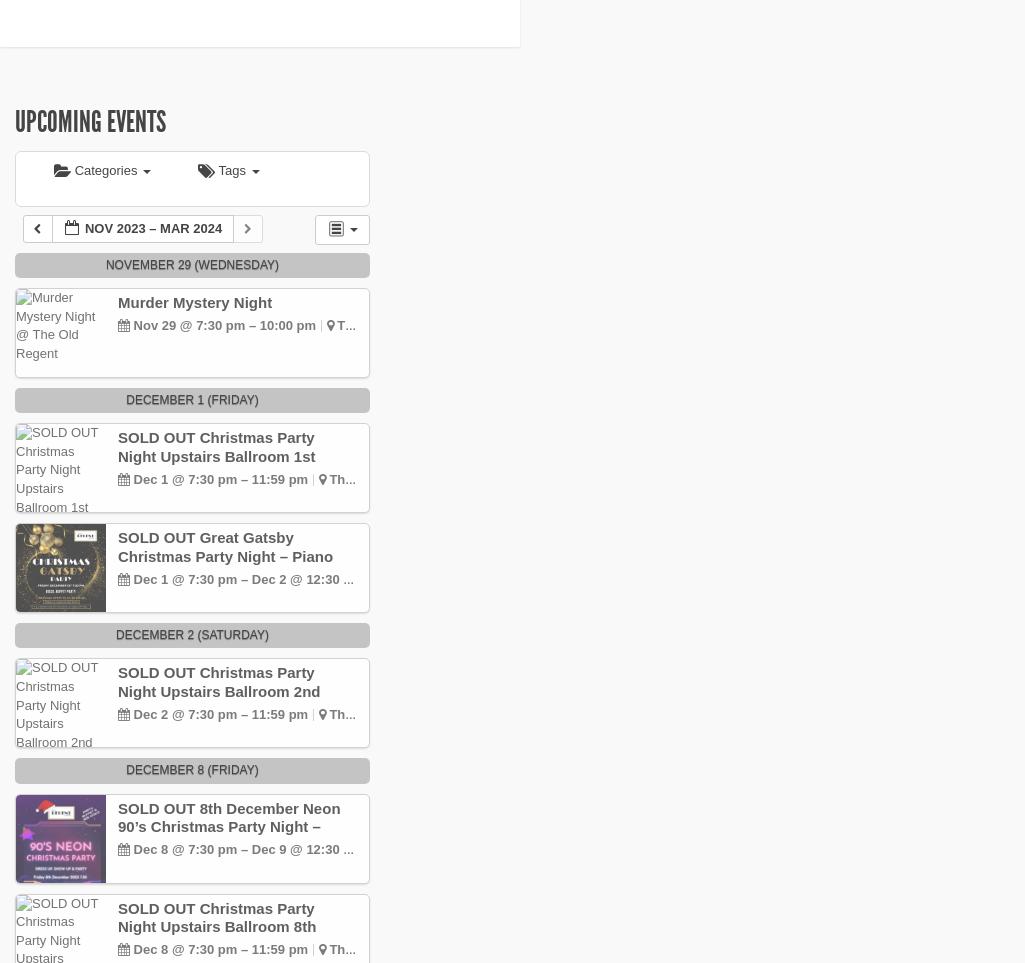 The height and width of the screenshot is (963, 1025). I want to click on 'Murder Mystery Night', so click(194, 301).